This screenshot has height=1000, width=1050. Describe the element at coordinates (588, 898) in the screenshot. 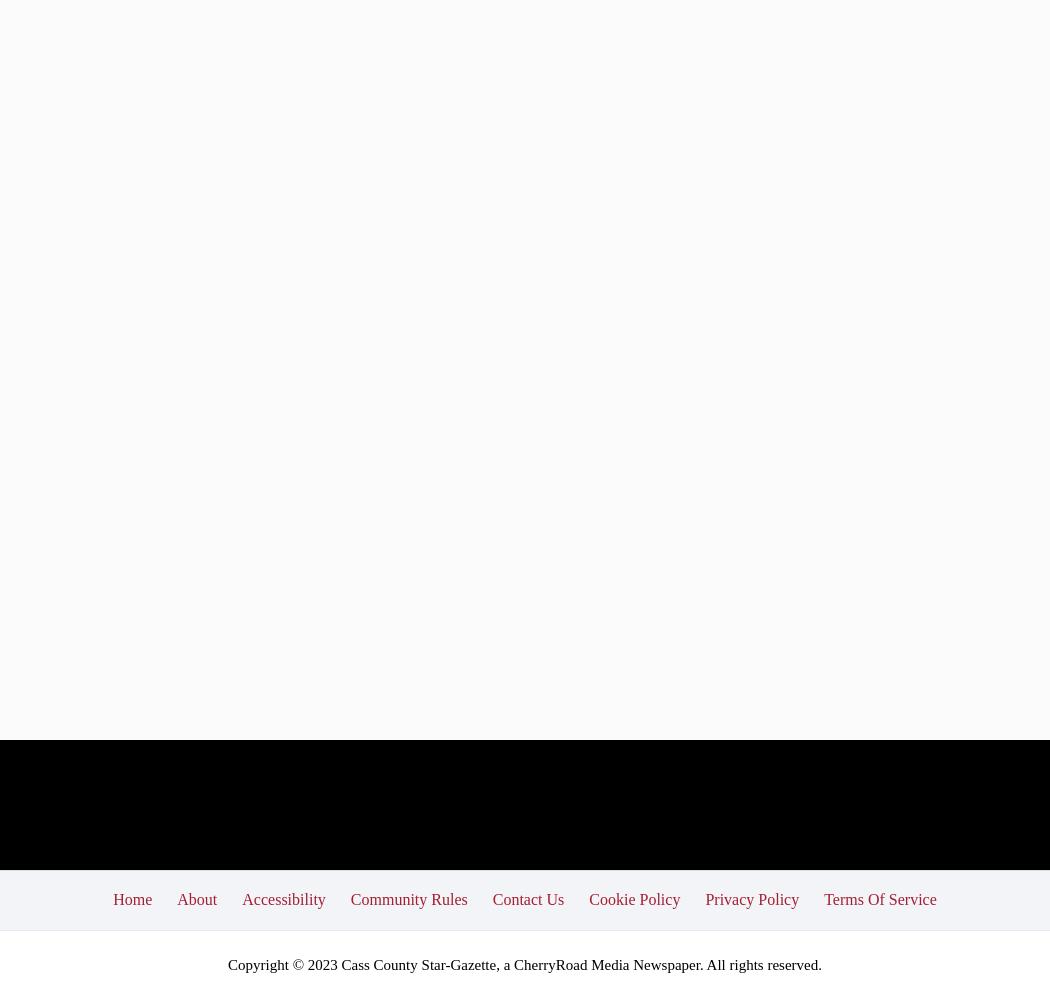

I see `'Cookie Policy'` at that location.